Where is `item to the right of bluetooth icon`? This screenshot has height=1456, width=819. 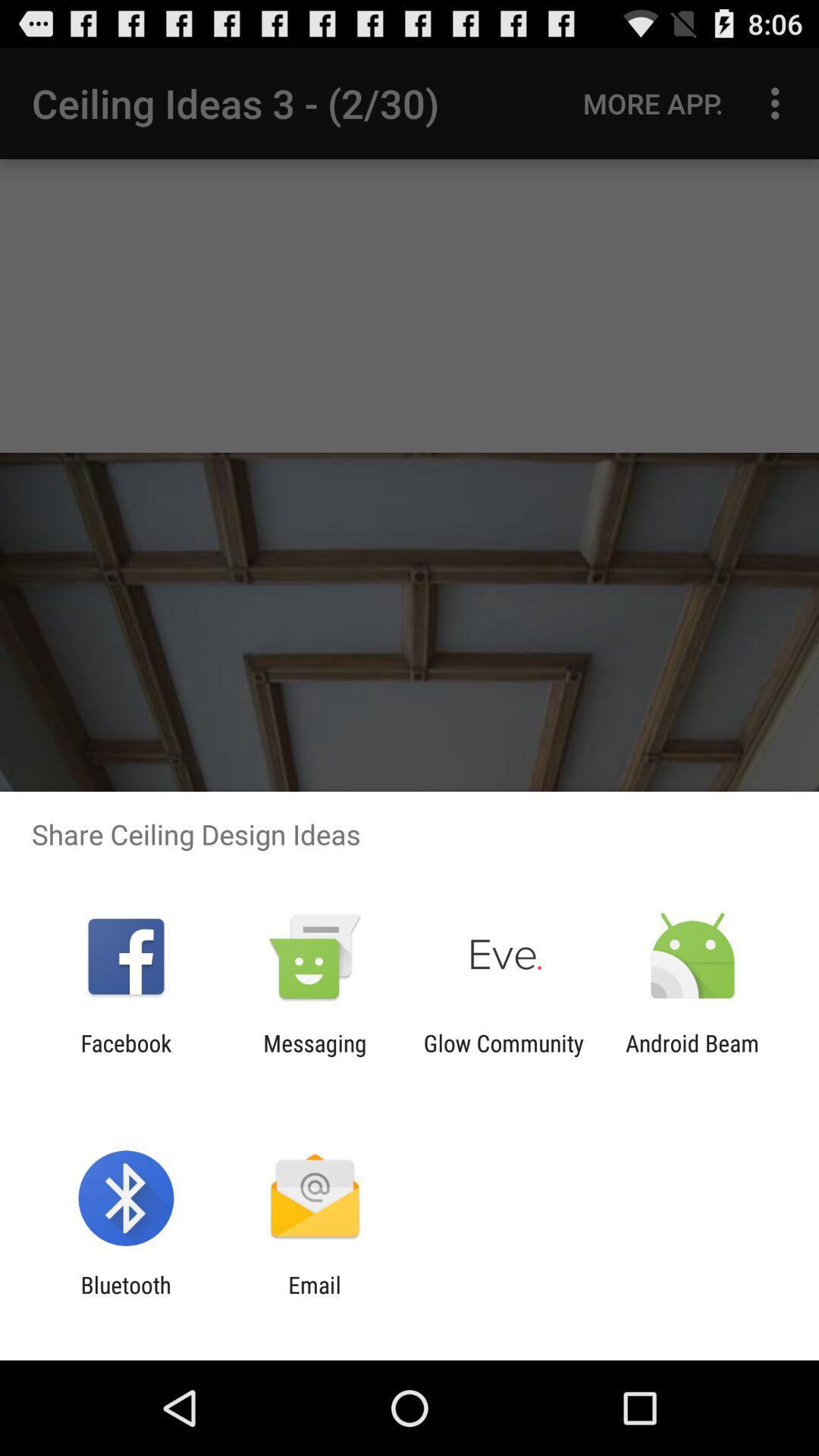
item to the right of bluetooth icon is located at coordinates (314, 1298).